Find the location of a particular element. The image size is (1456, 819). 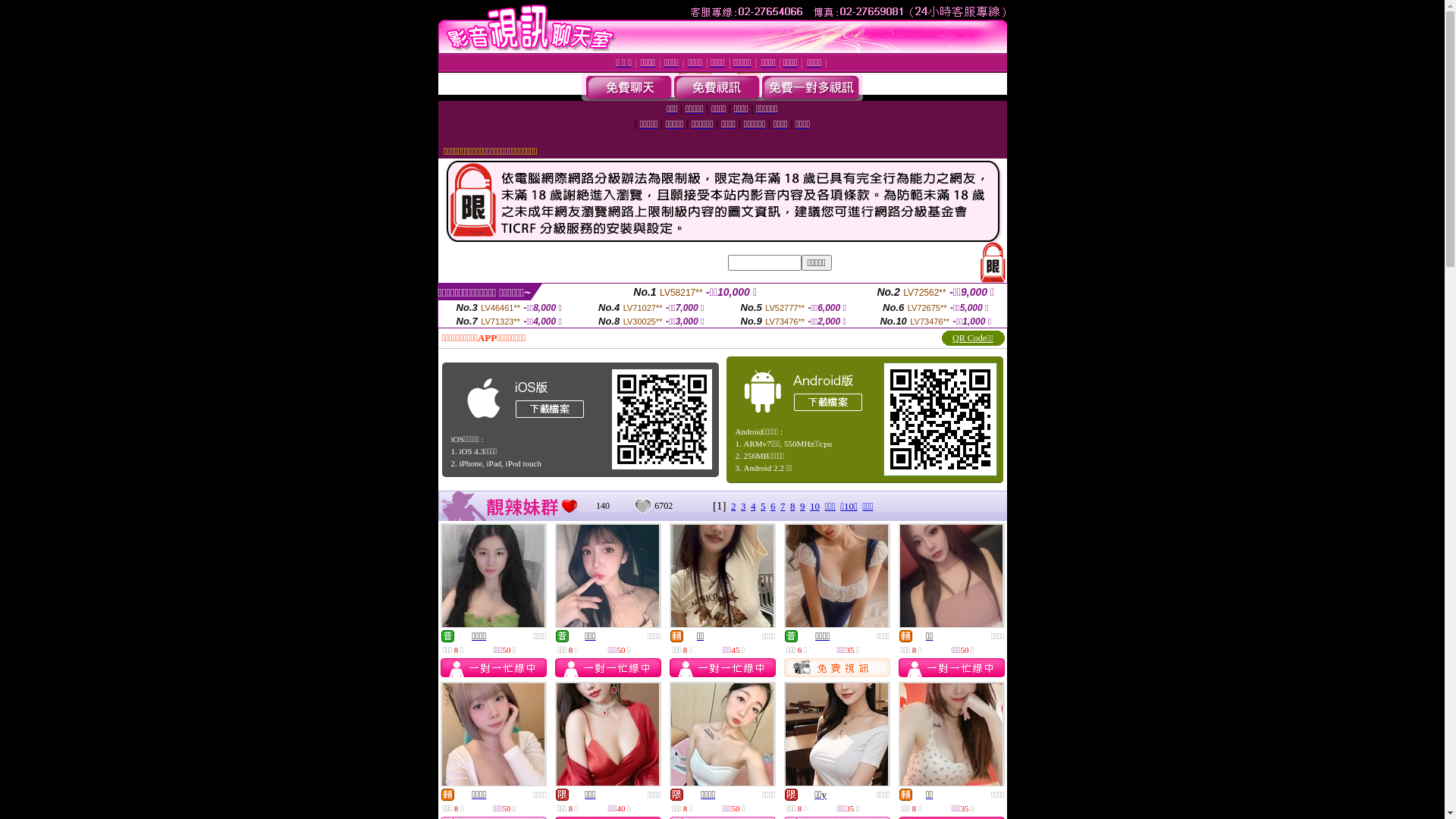

'3' is located at coordinates (741, 506).